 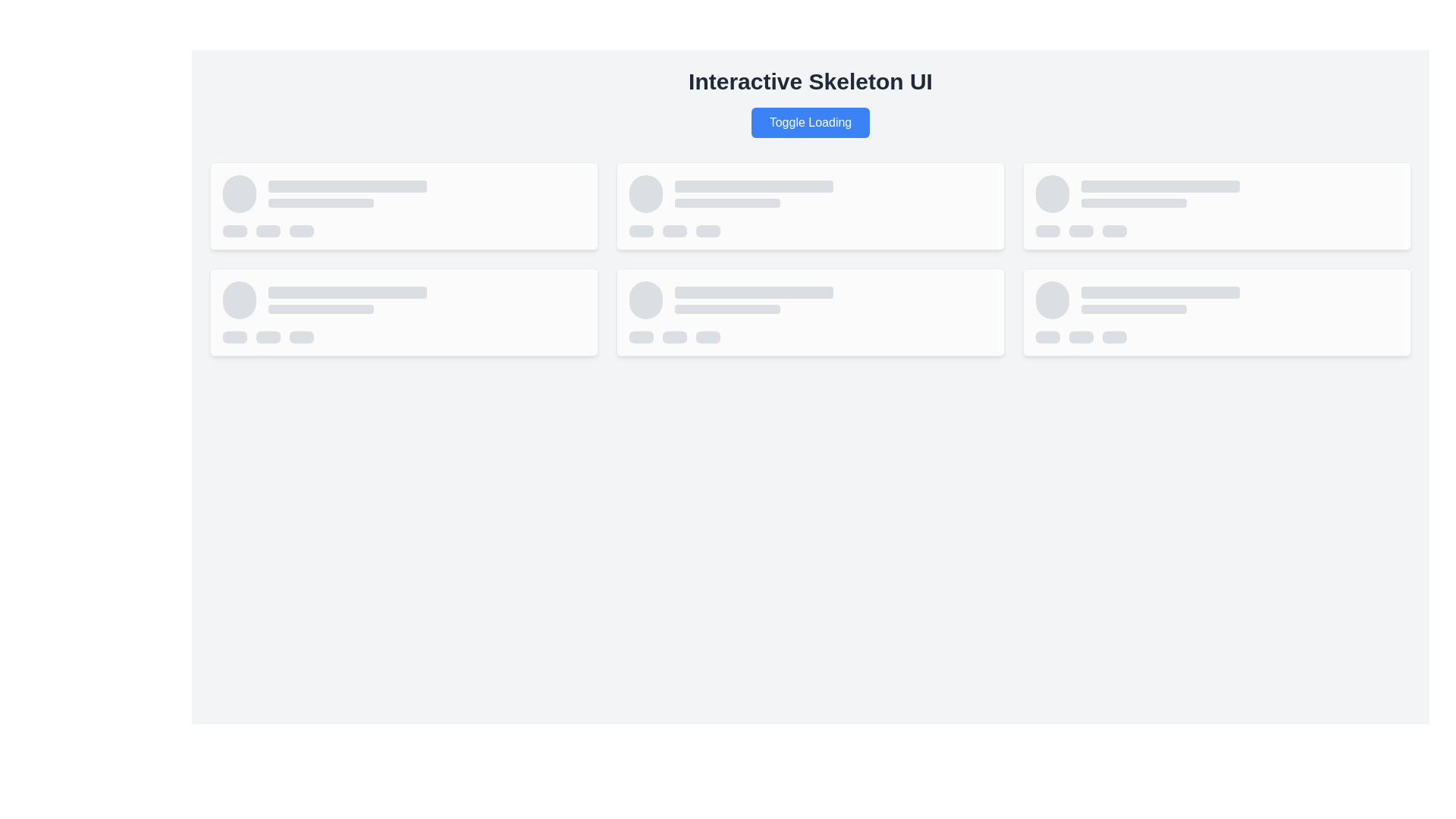 What do you see at coordinates (708, 336) in the screenshot?
I see `the third button with rounded corners and a light gray background located in the lower-right section of the second row in the UI grid` at bounding box center [708, 336].